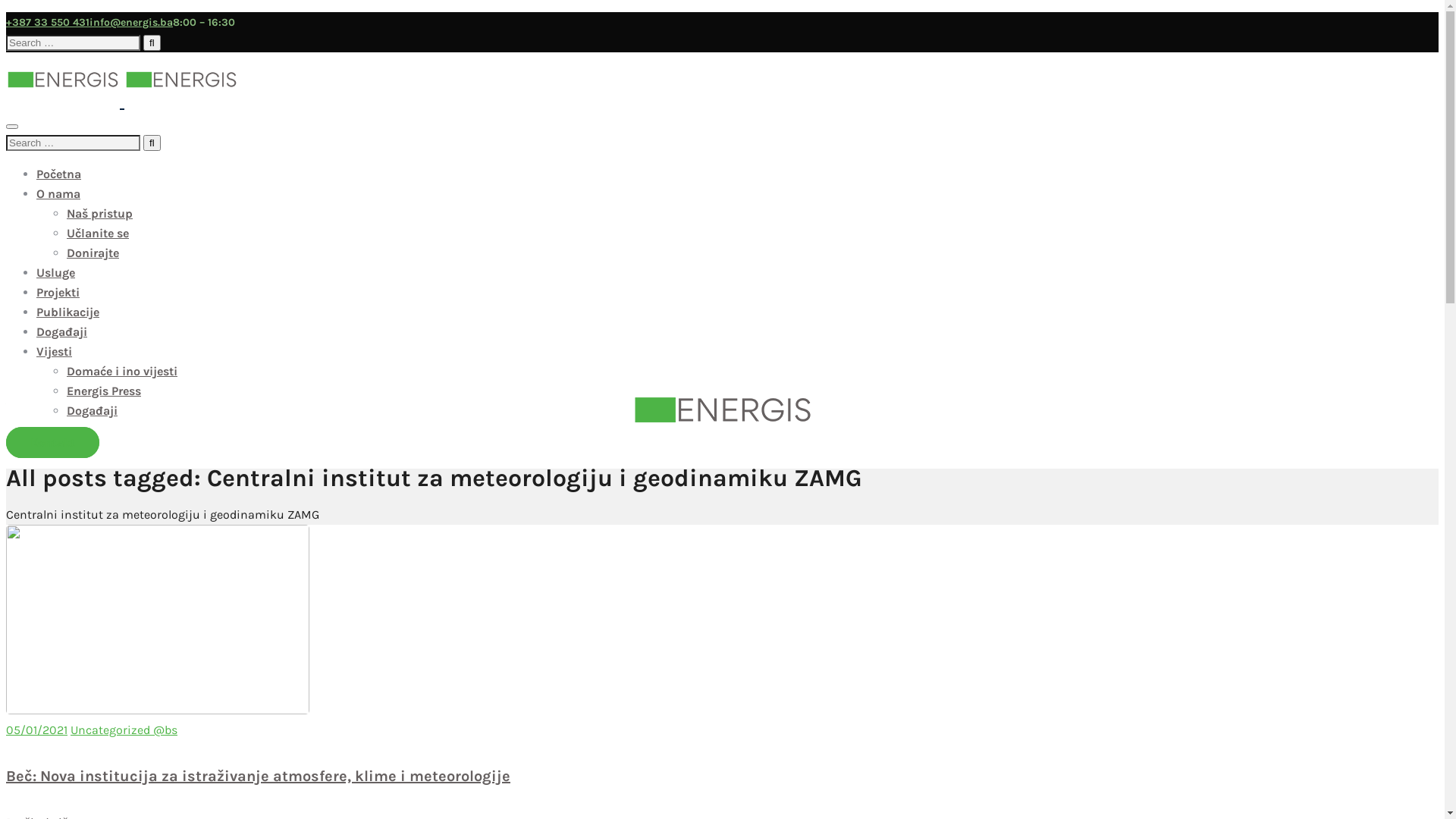 Image resolution: width=1456 pixels, height=819 pixels. What do you see at coordinates (58, 292) in the screenshot?
I see `'Projekti'` at bounding box center [58, 292].